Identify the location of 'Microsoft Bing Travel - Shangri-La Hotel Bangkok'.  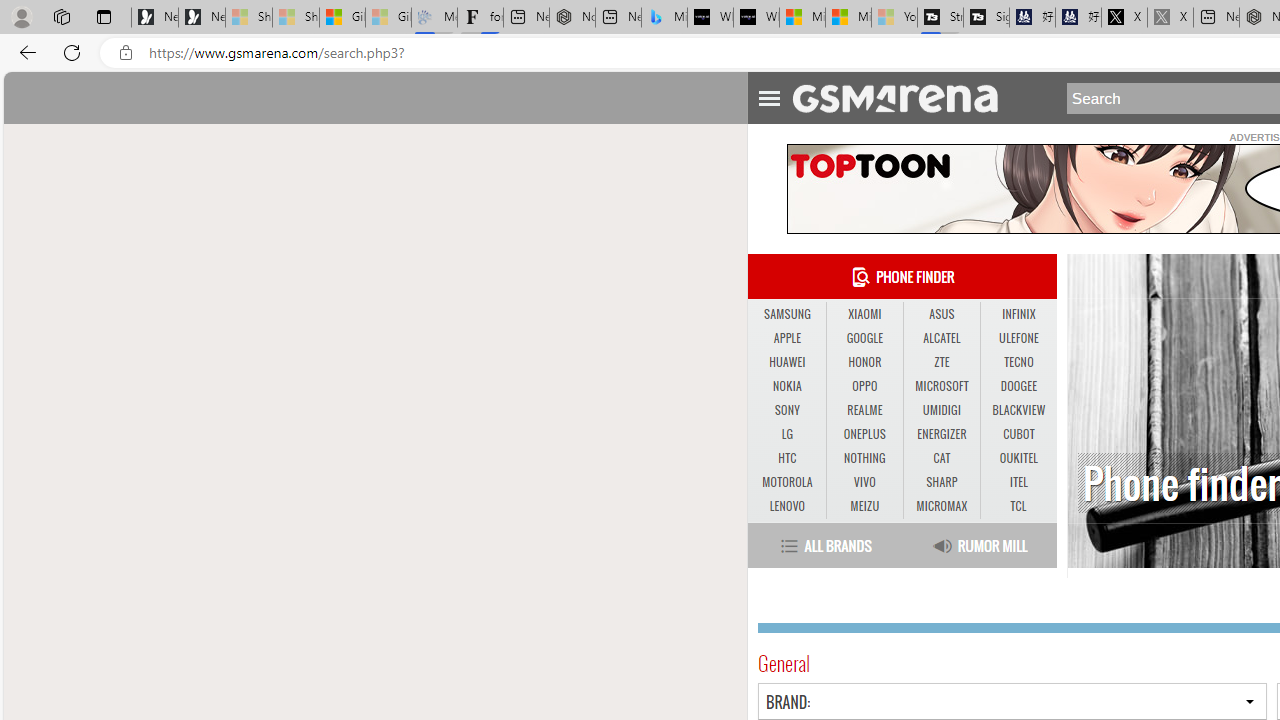
(664, 17).